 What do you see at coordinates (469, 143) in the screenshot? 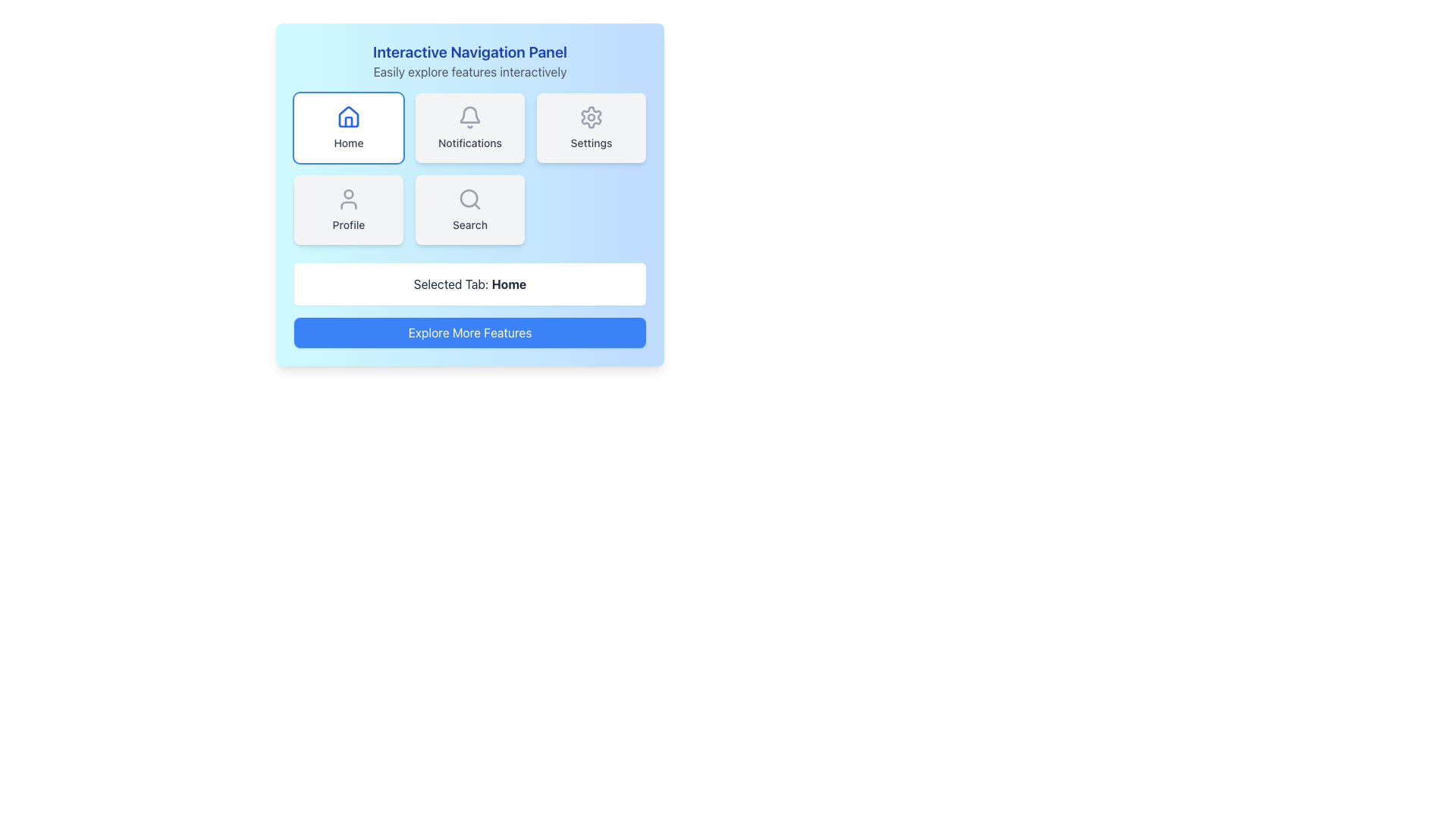
I see `the text label that provides information about the functionality of the adjacent notification icon, located below the notification bell icon in the second column of the top row of the grid` at bounding box center [469, 143].